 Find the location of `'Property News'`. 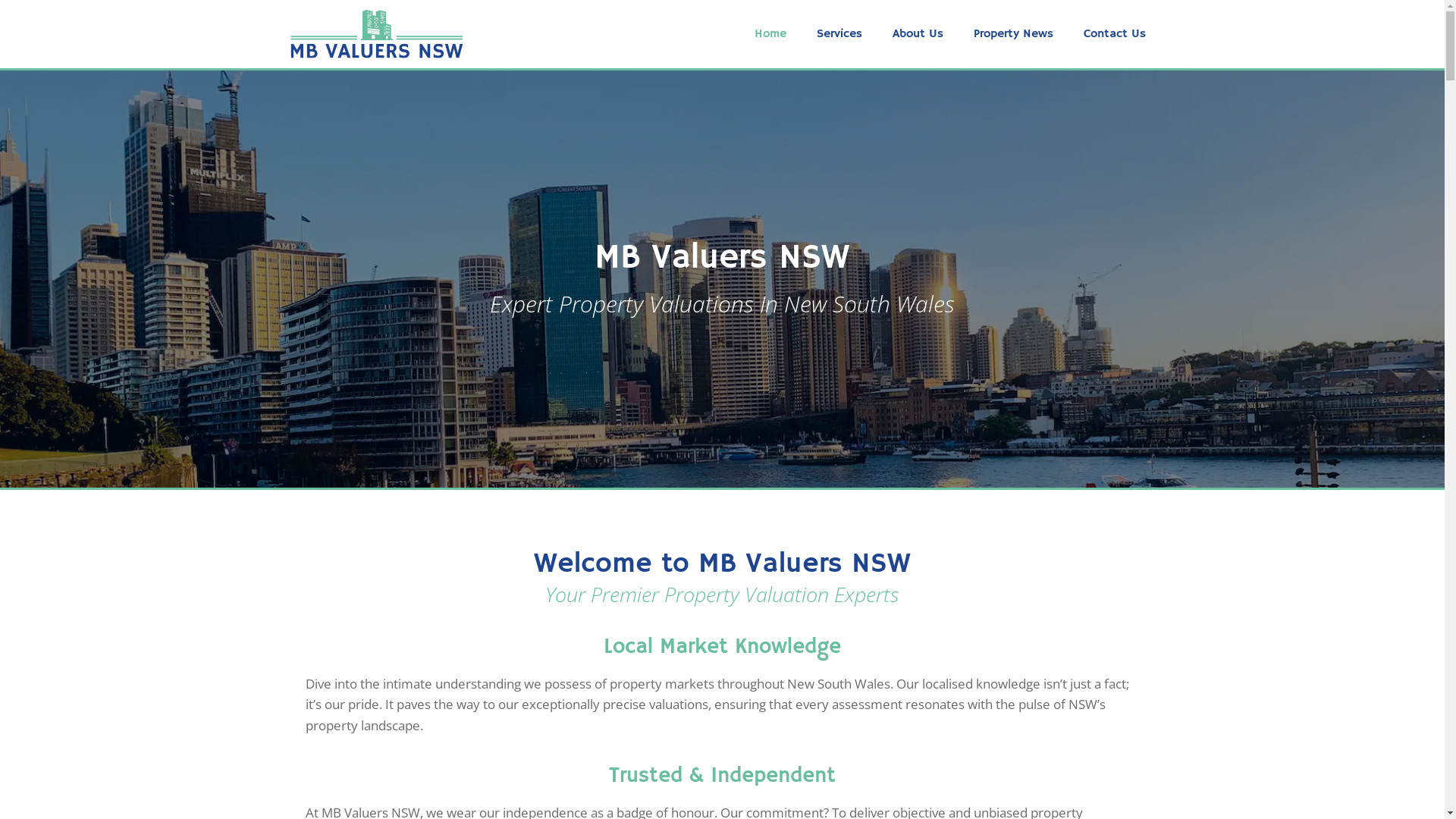

'Property News' is located at coordinates (1013, 34).